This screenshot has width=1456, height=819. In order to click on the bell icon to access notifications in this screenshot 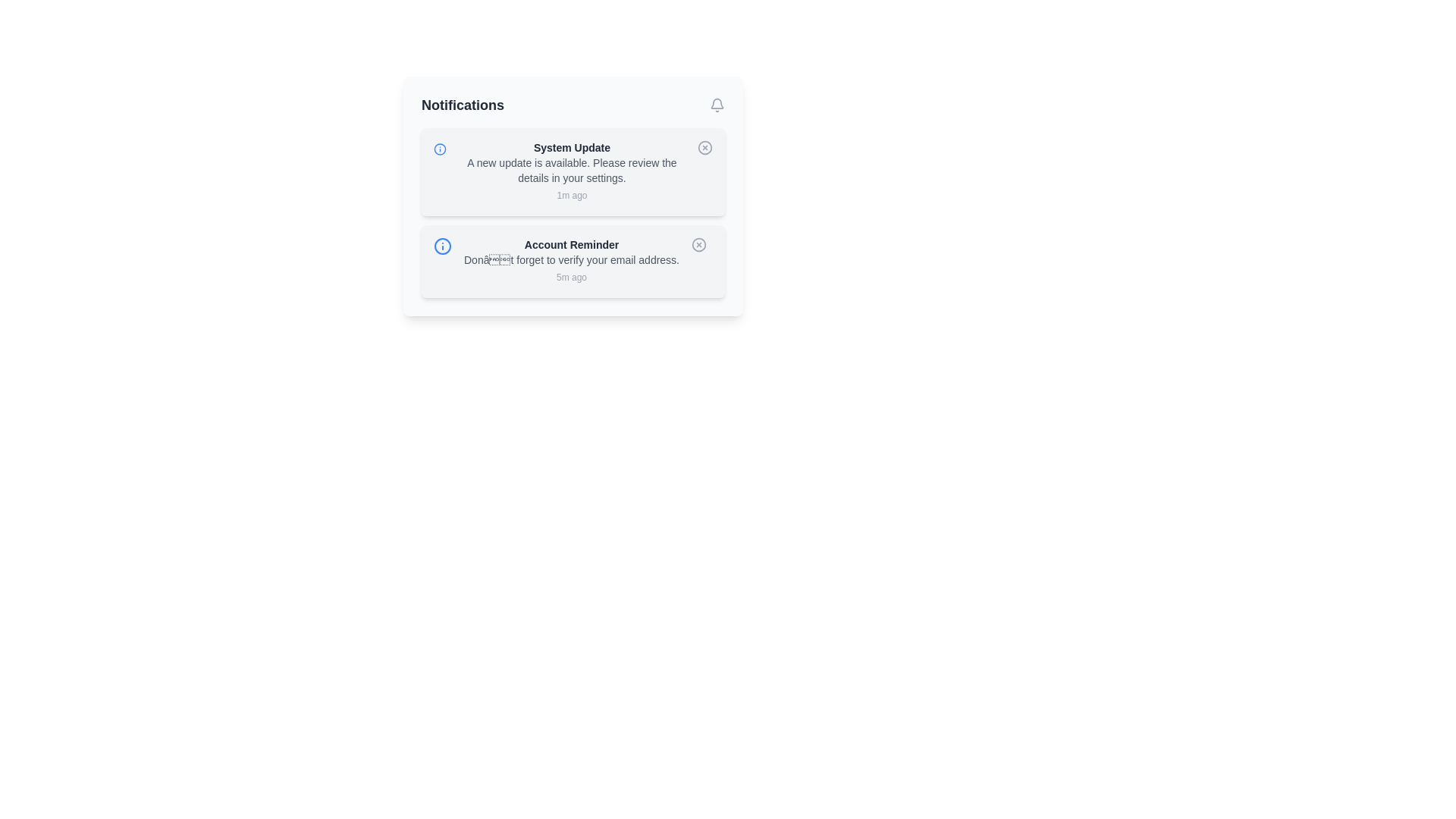, I will do `click(716, 104)`.